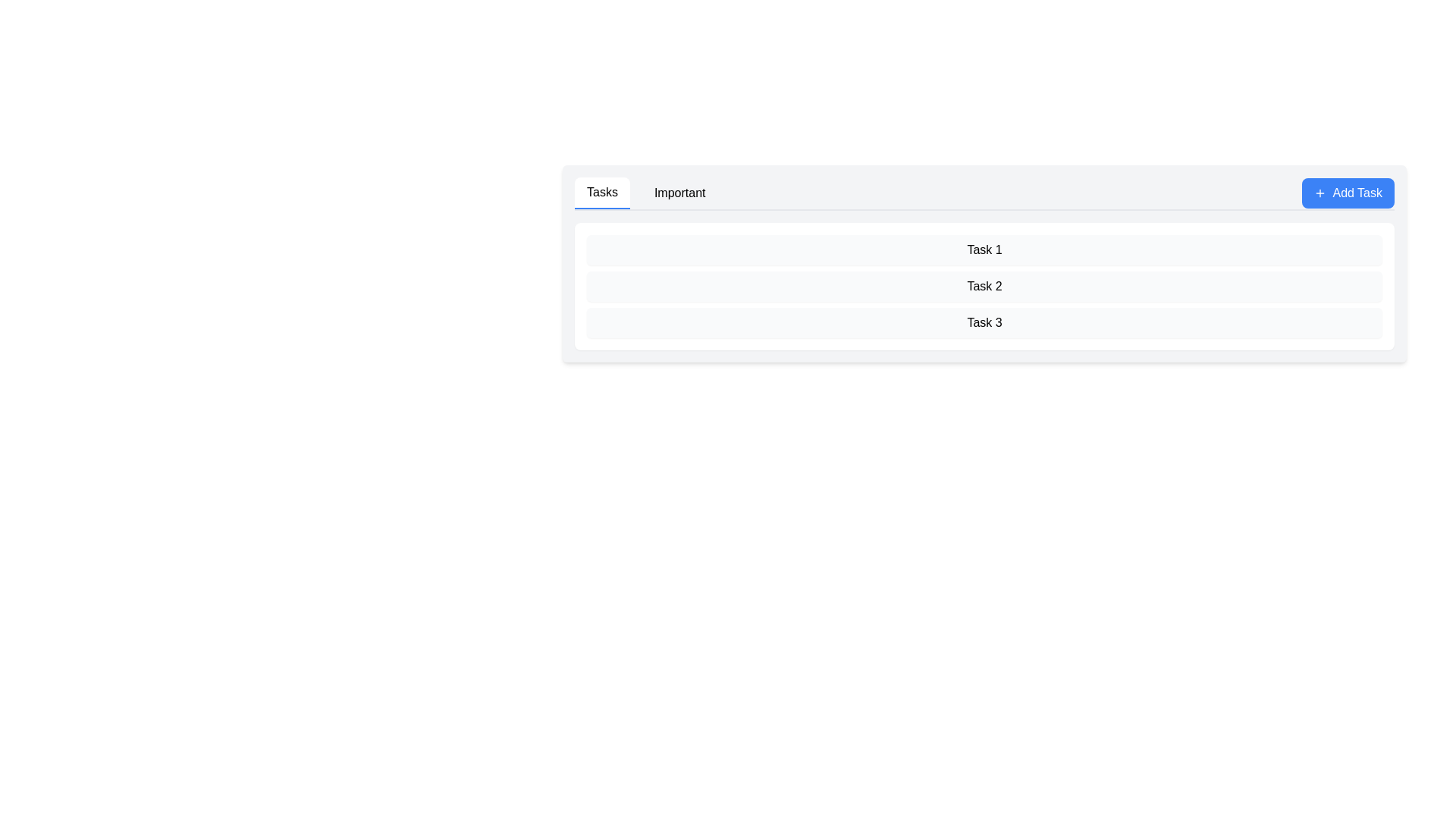  Describe the element at coordinates (1319, 192) in the screenshot. I see `the plus-shaped icon located to the left of the 'Add Task' button, which has a minimalist design in white against a blue background` at that location.